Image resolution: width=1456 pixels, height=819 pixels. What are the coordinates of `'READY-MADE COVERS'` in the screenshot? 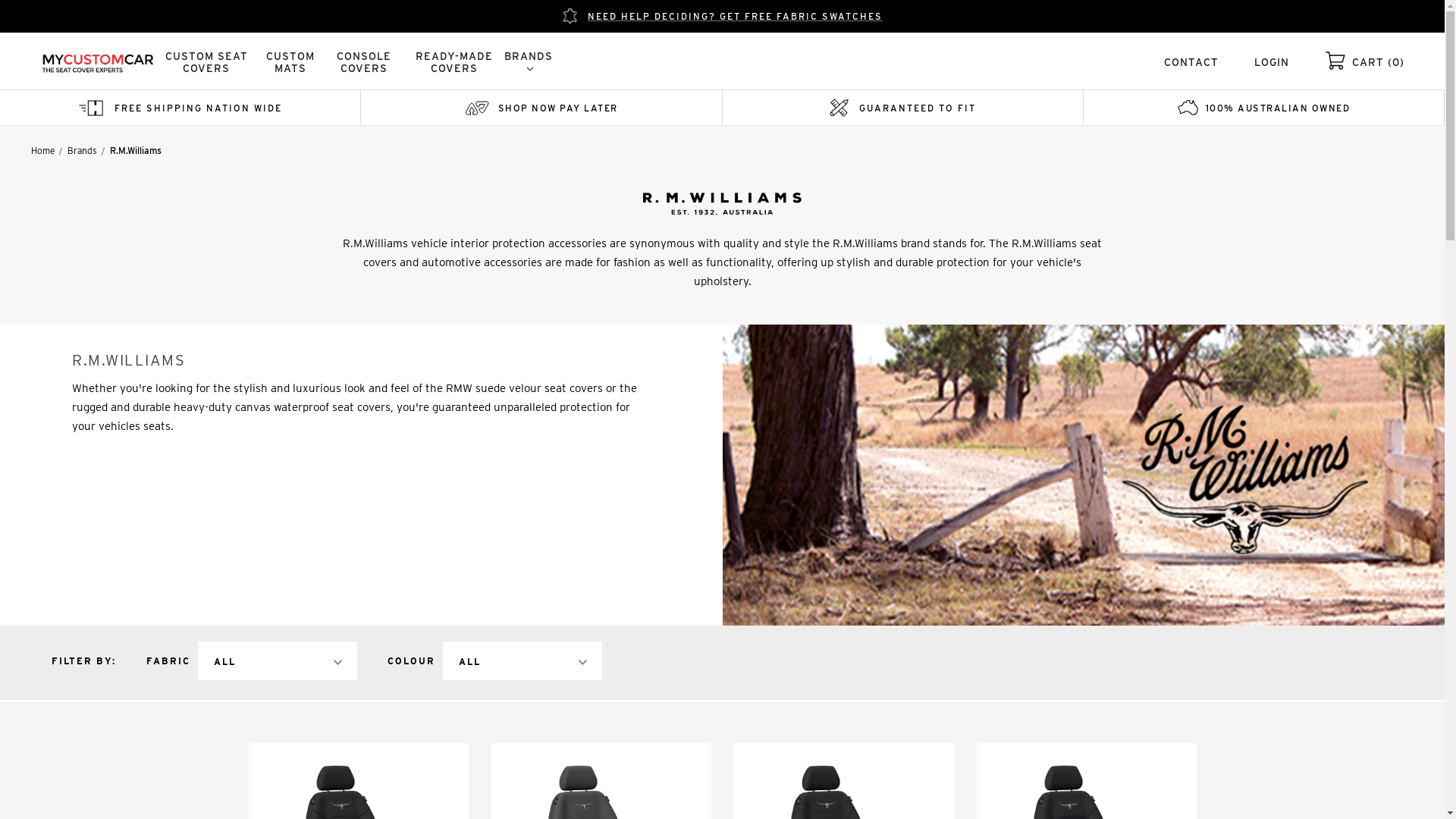 It's located at (453, 61).